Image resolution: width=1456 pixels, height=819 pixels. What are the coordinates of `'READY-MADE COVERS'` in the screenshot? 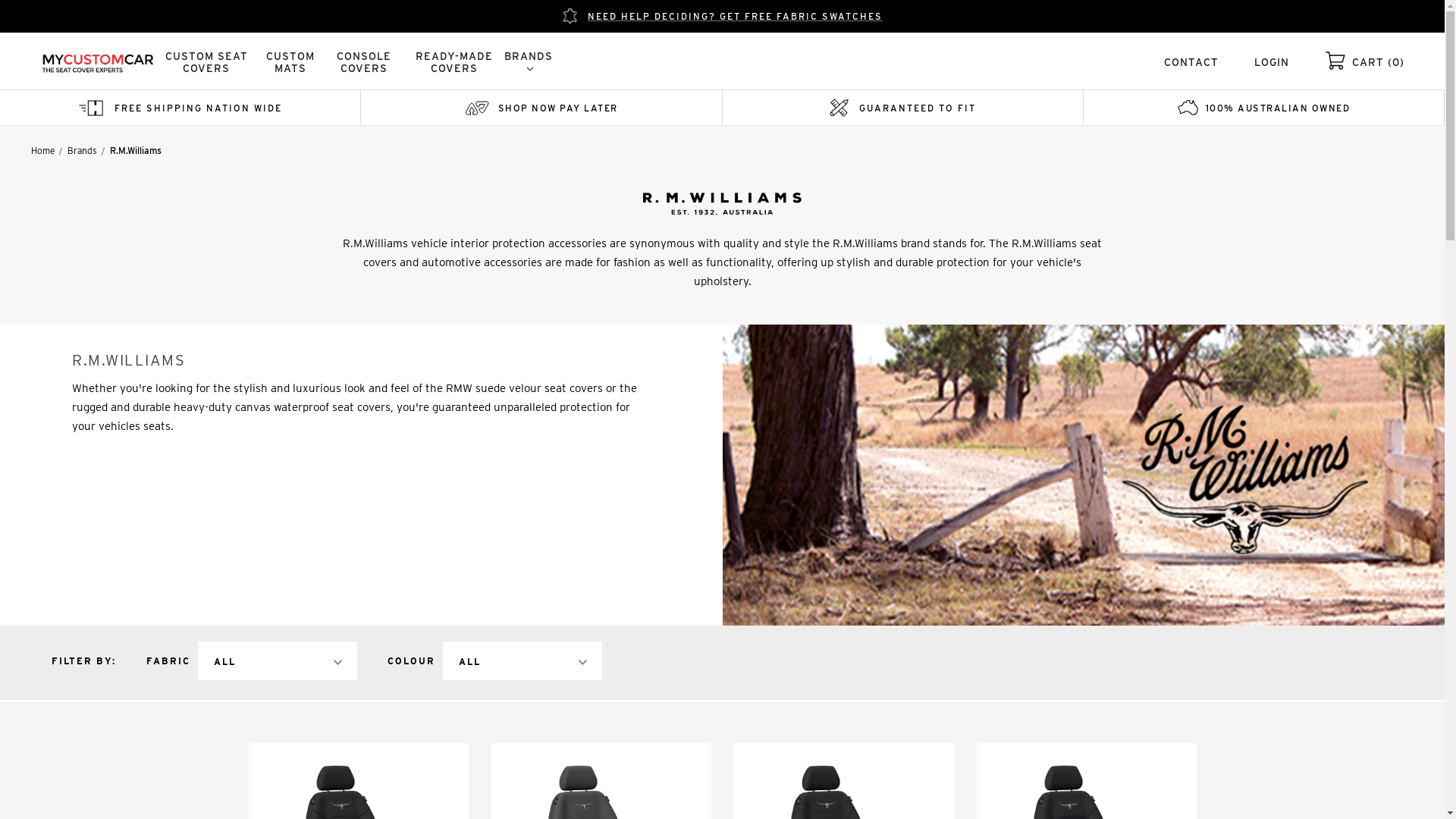 It's located at (453, 61).